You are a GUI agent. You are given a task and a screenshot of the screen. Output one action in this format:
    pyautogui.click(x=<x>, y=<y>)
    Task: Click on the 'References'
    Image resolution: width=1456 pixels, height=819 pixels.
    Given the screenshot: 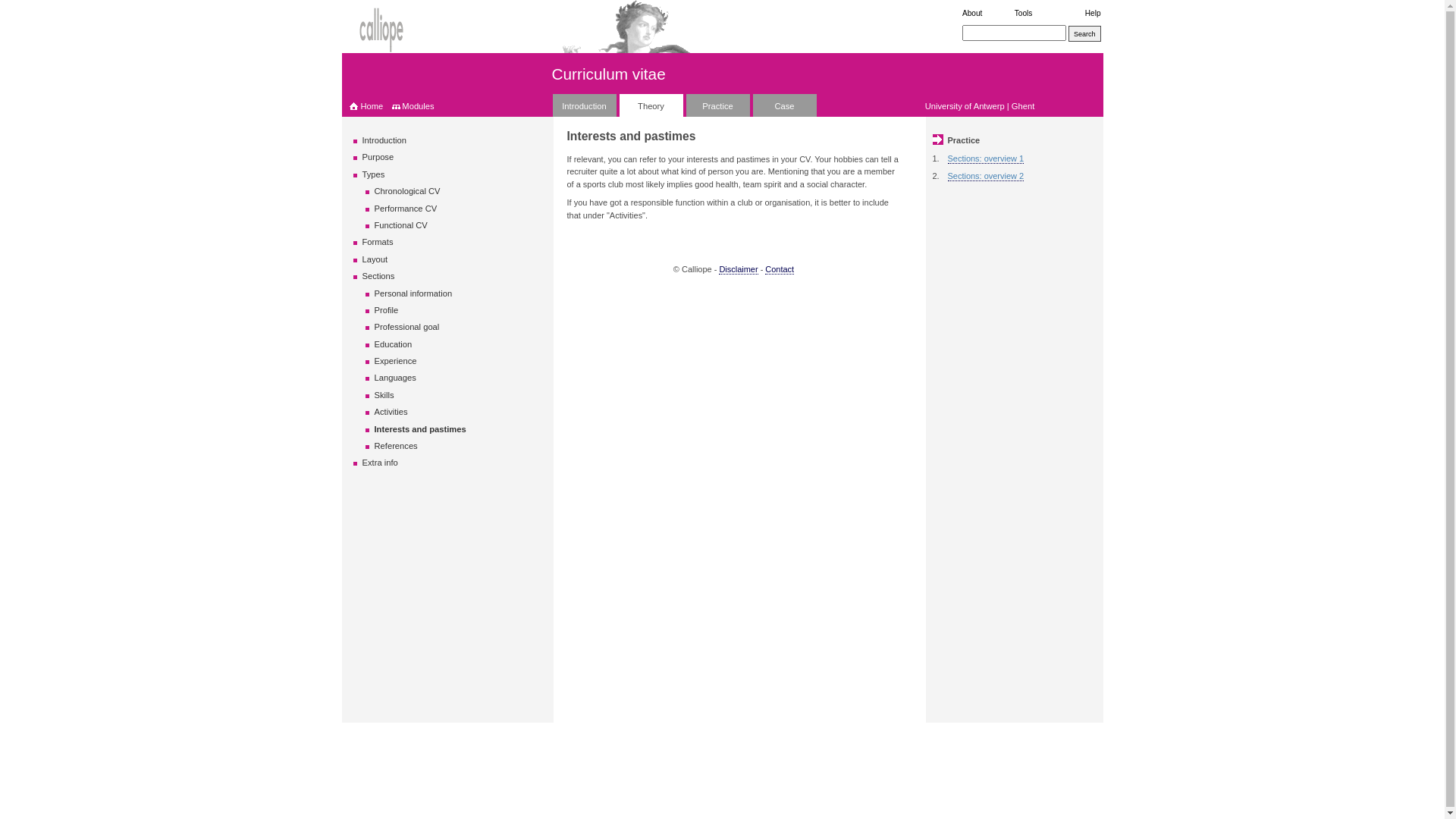 What is the action you would take?
    pyautogui.click(x=396, y=444)
    